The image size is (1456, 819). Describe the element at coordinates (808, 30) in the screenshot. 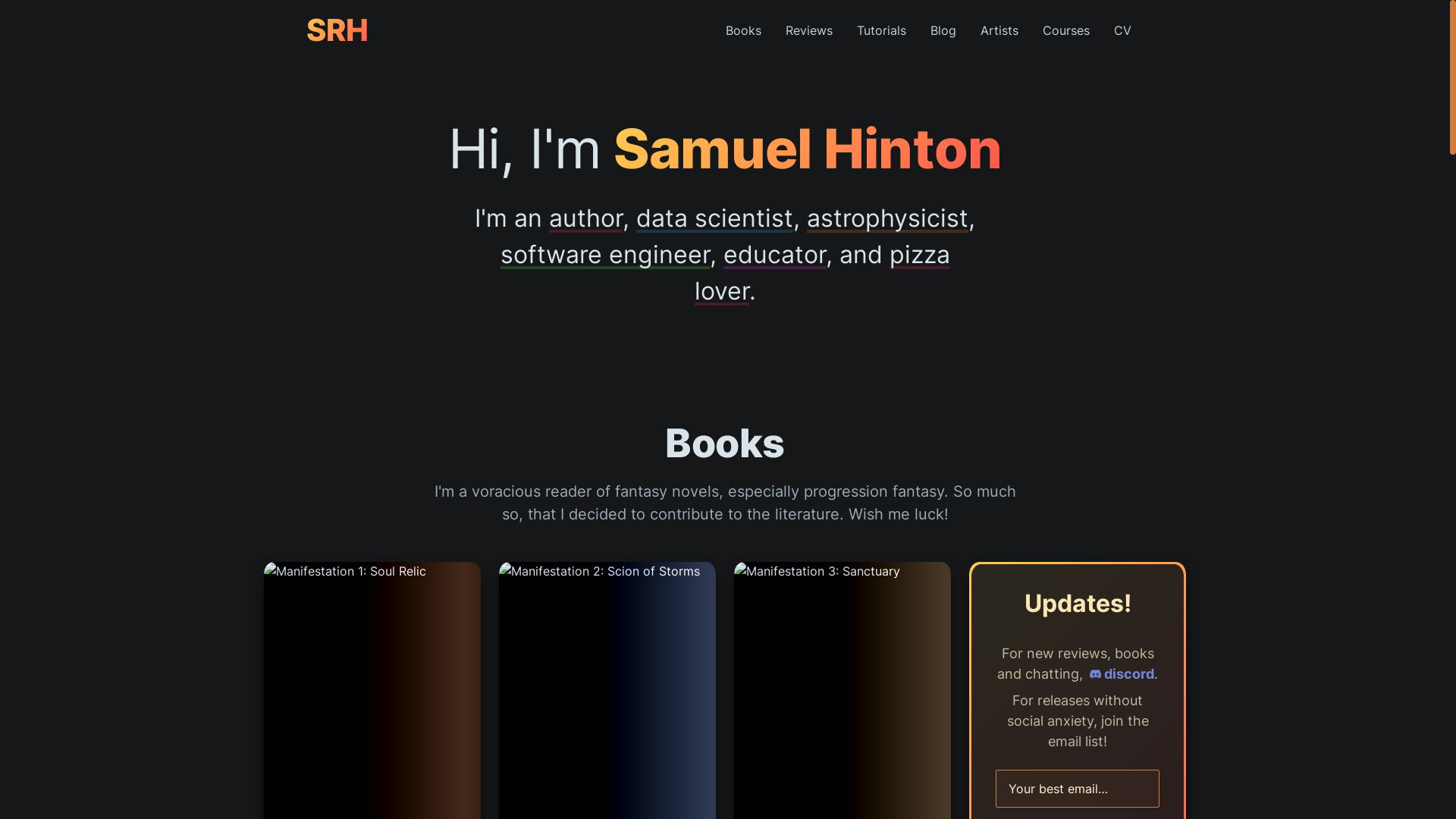

I see `'Reviews'` at that location.